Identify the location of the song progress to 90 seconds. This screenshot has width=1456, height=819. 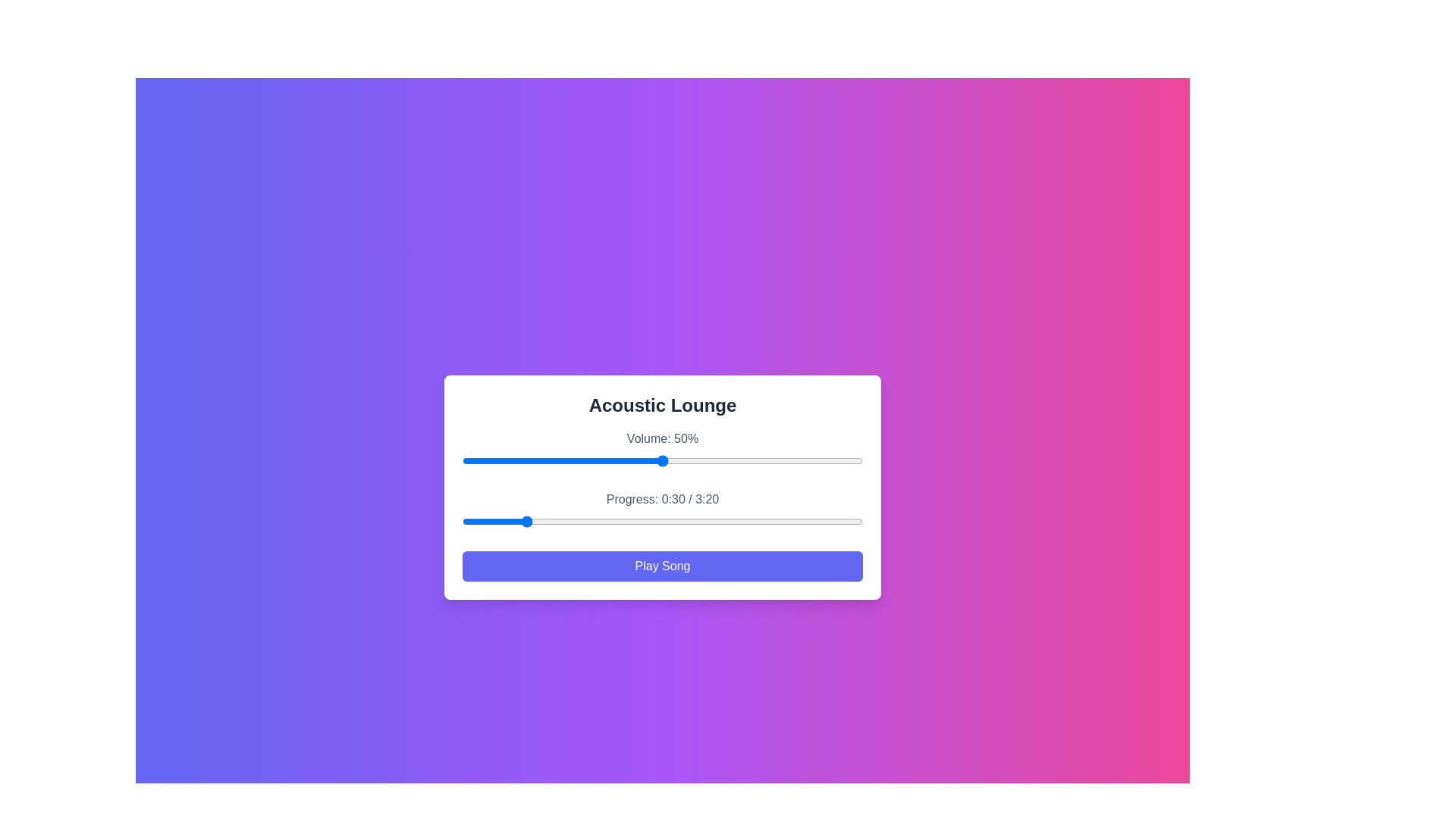
(642, 520).